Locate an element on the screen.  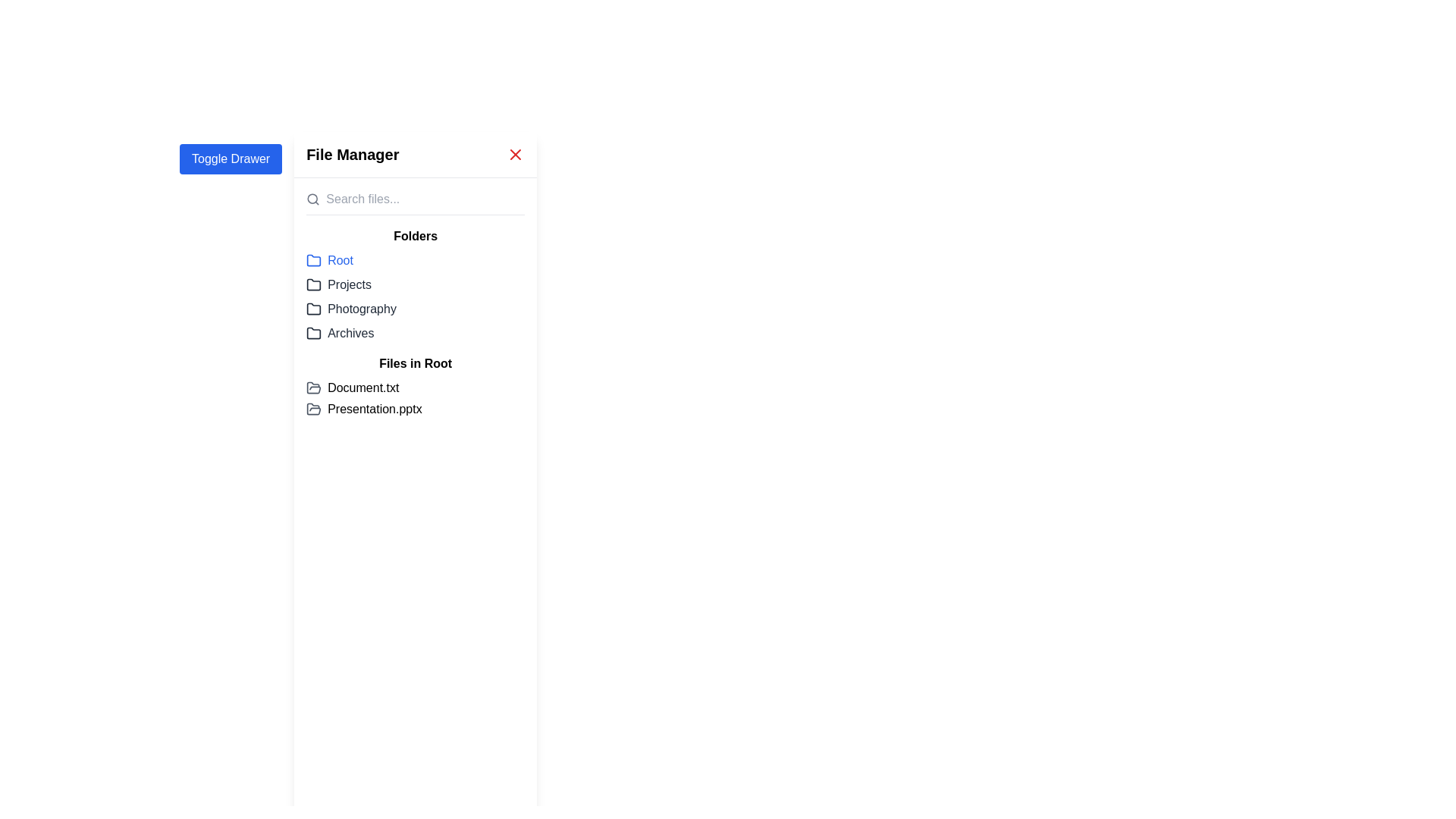
the folder icon associated with the document labeled 'Document.txt' in the 'Files in Root' section is located at coordinates (313, 388).